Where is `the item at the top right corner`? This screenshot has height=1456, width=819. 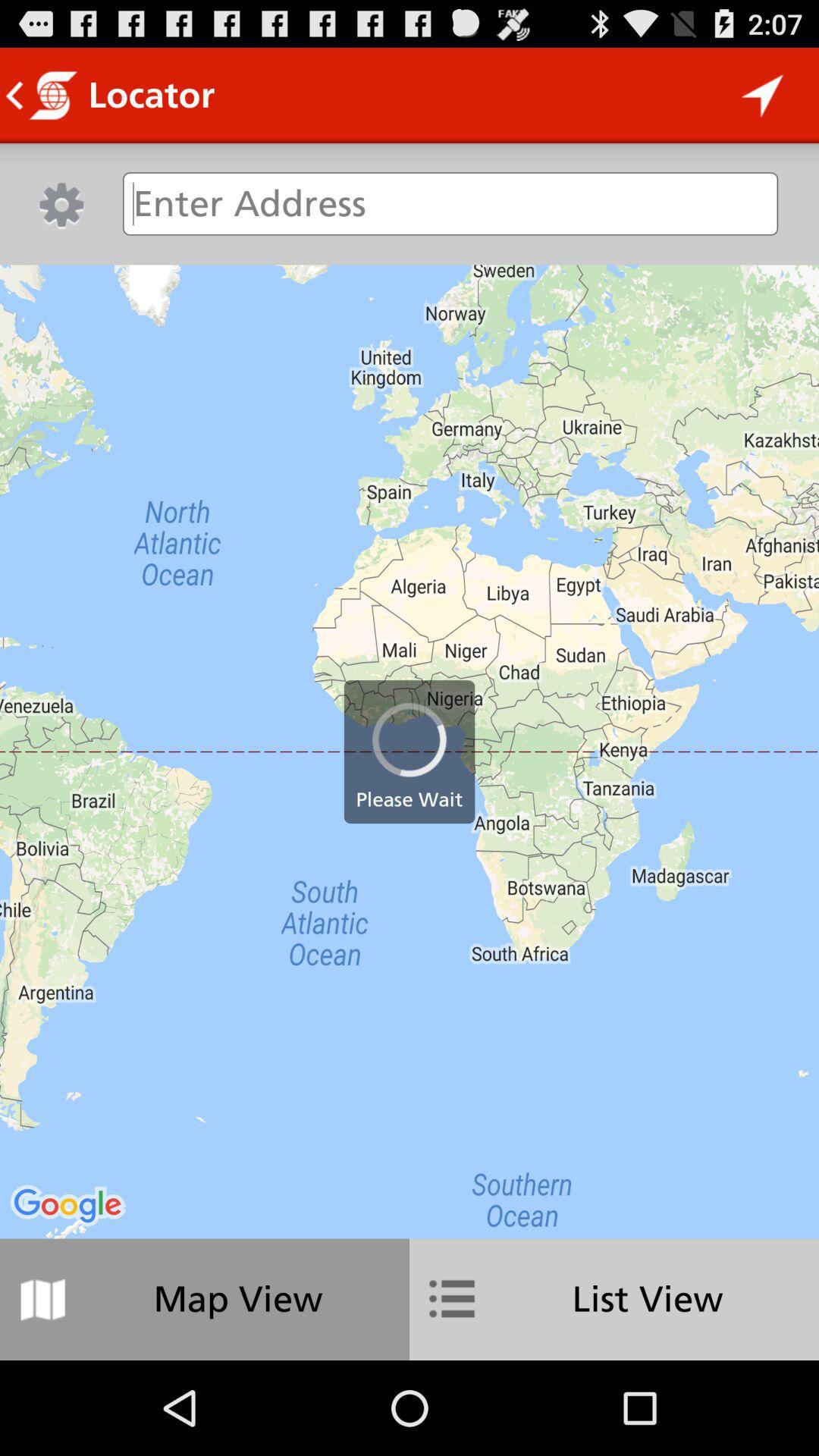 the item at the top right corner is located at coordinates (763, 94).